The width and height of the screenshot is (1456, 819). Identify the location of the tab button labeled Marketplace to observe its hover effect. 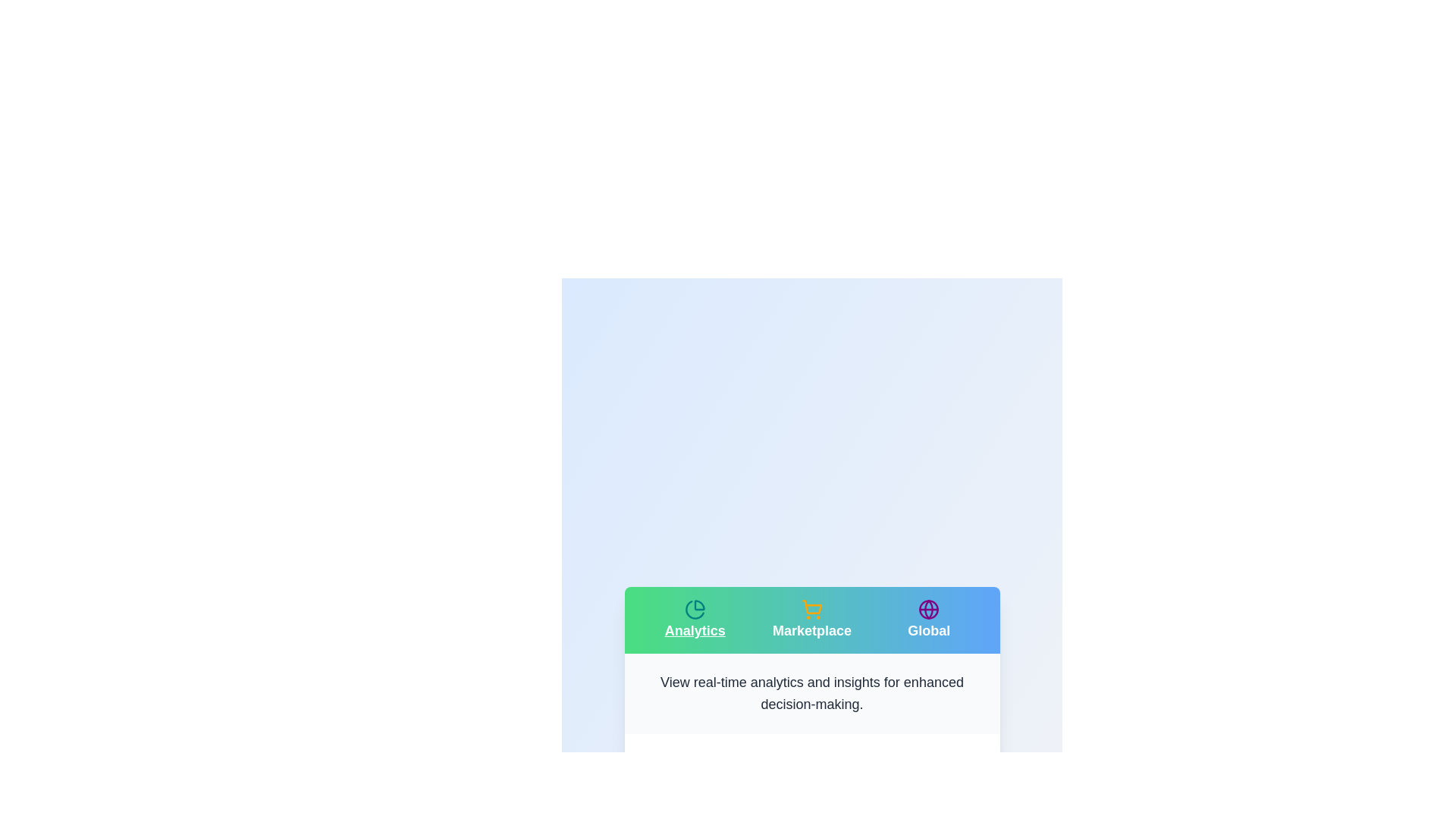
(811, 620).